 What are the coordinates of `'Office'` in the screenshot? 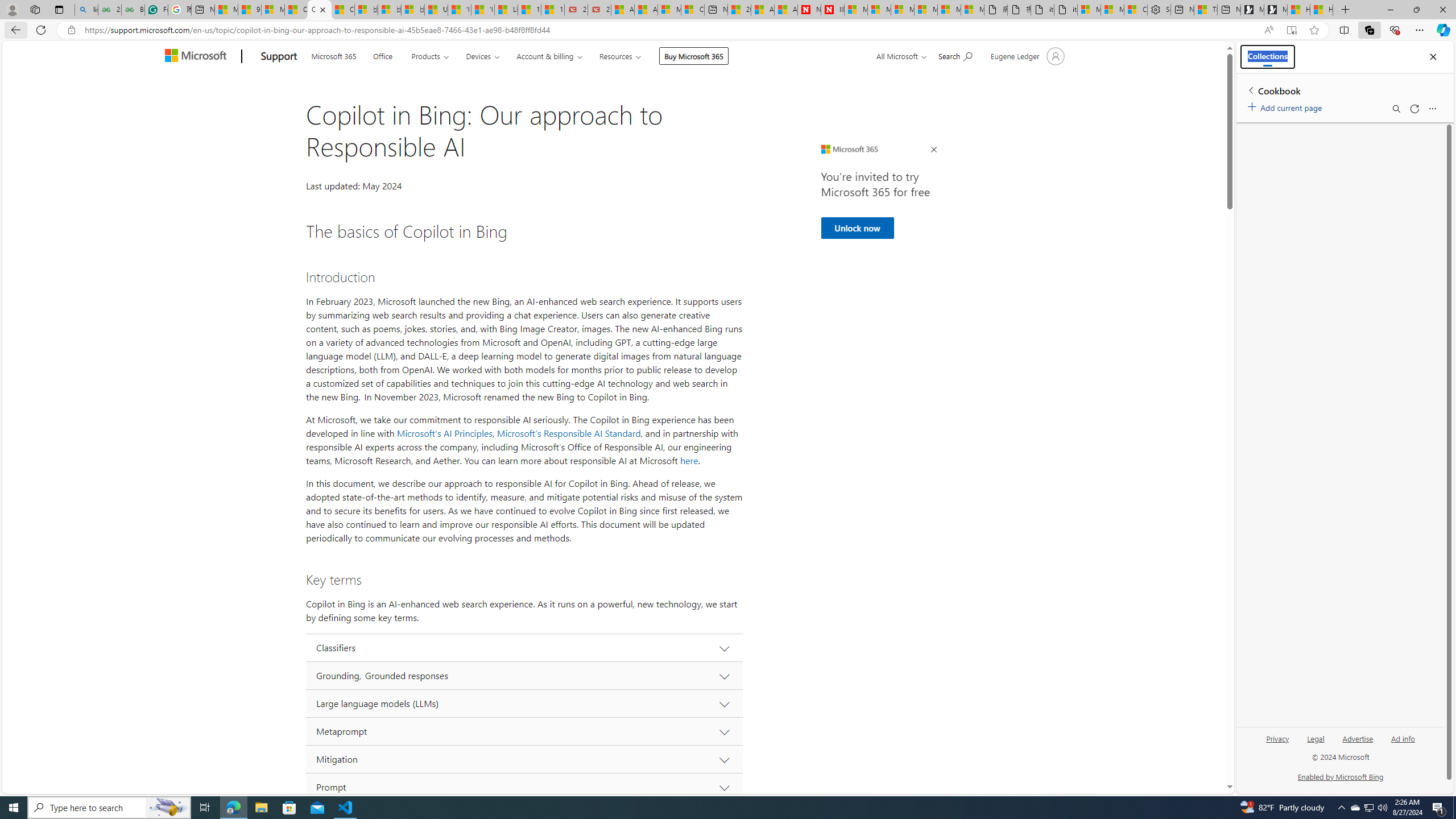 It's located at (382, 55).